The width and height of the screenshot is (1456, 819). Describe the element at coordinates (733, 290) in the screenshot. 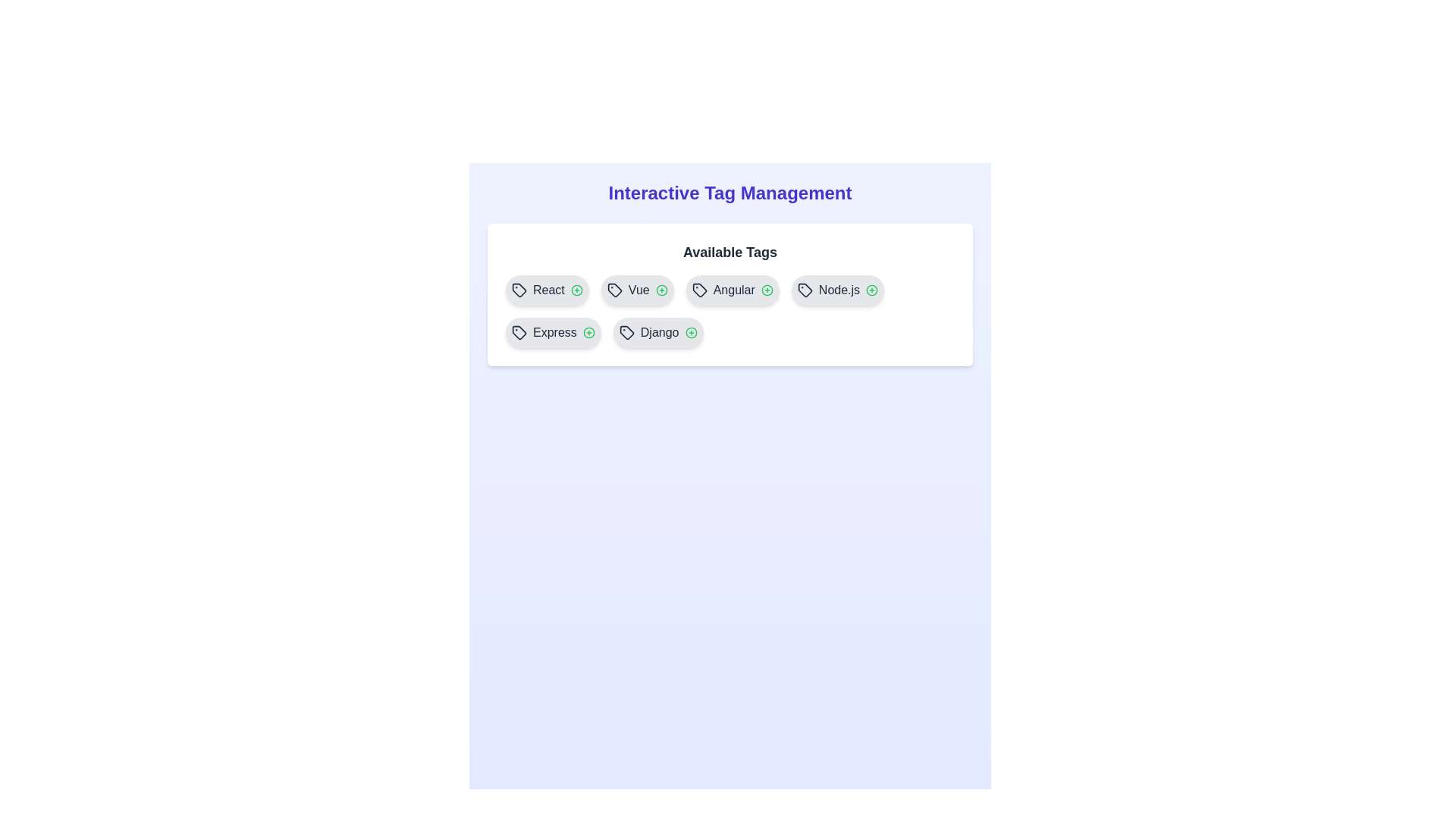

I see `the Angular tag button, which is the third button in the first row of available tags in the 'Interactive Tag Management' section` at that location.